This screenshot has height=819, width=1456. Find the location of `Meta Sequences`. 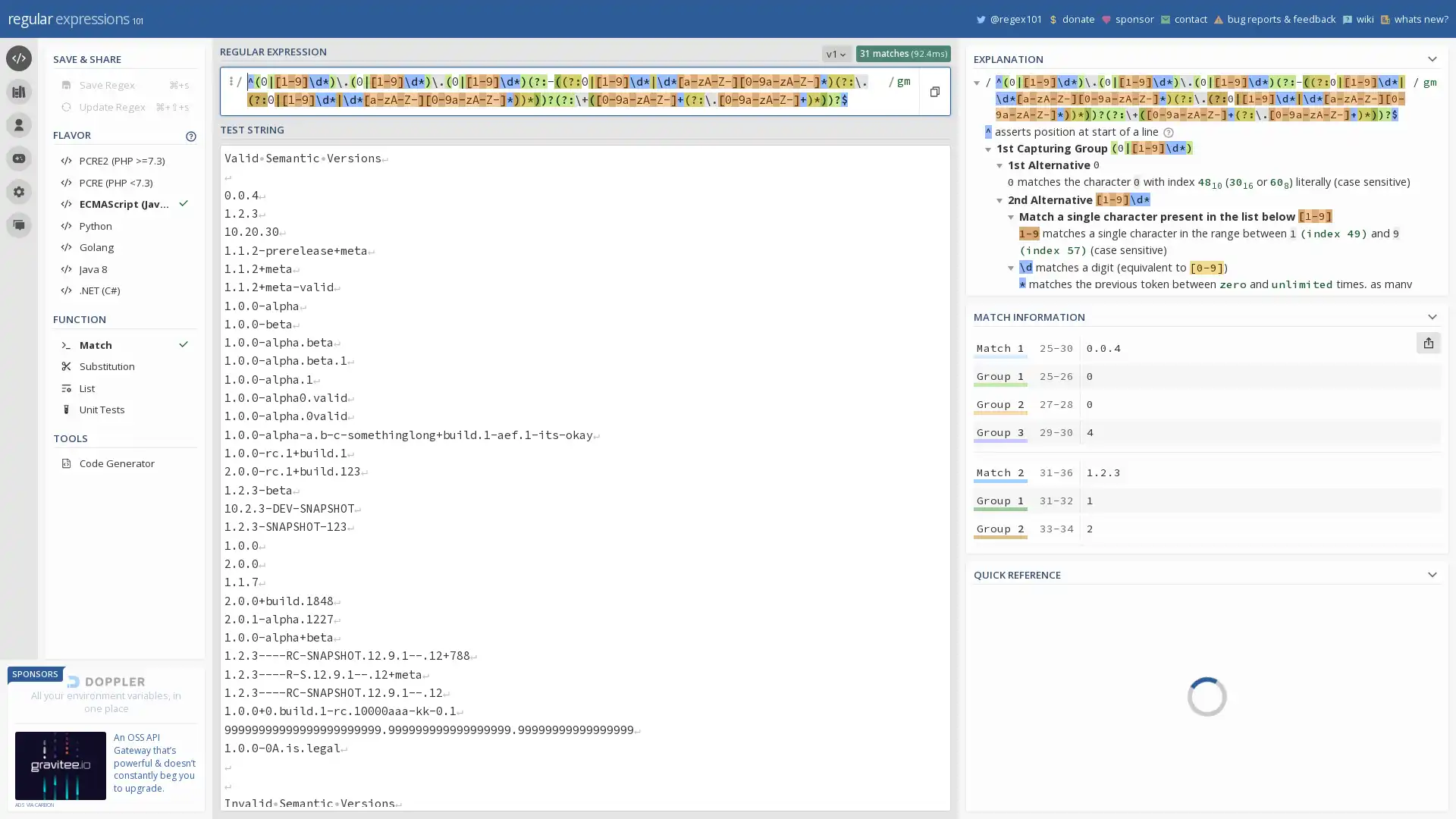

Meta Sequences is located at coordinates (1044, 716).